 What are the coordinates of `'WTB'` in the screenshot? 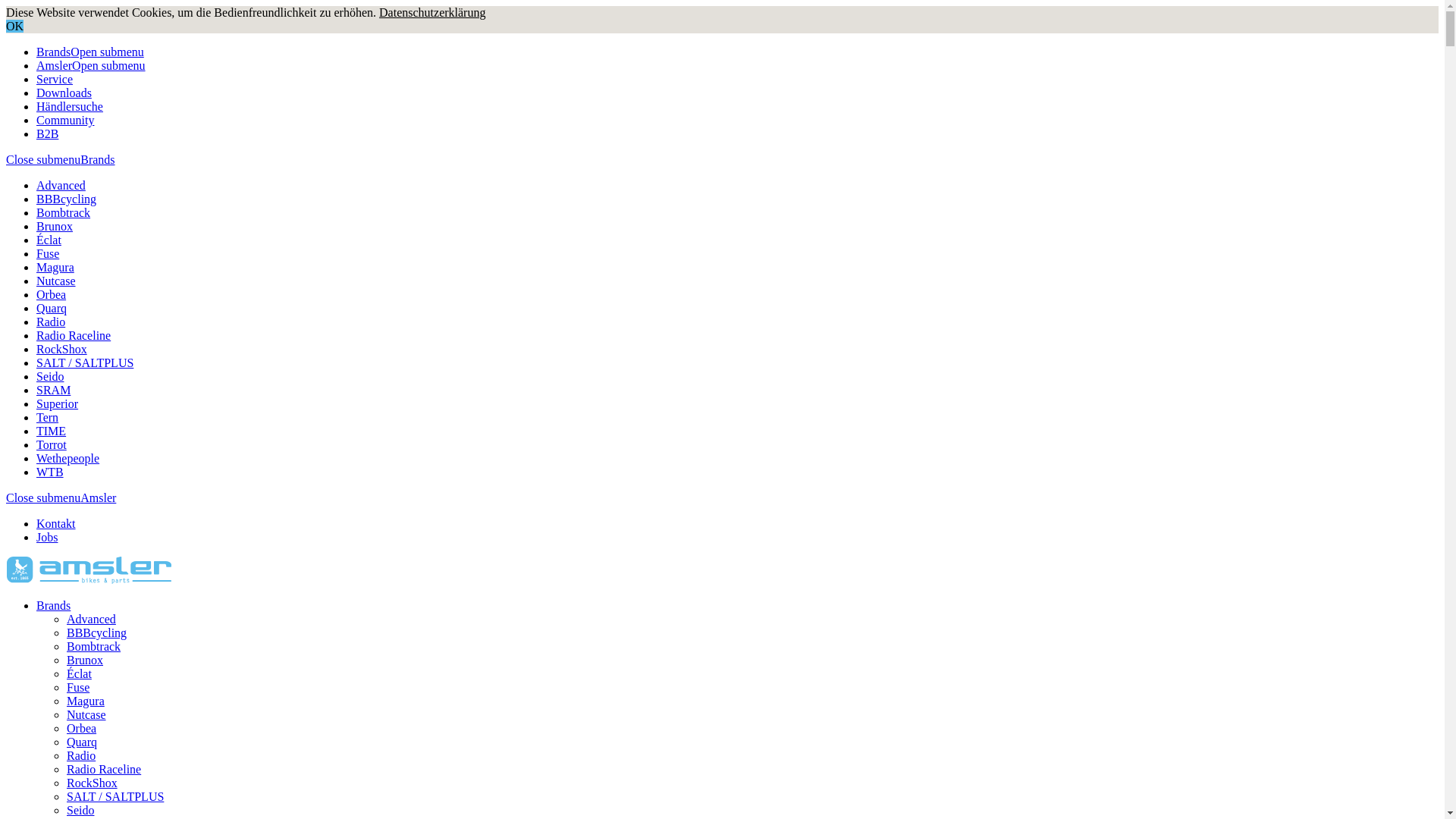 It's located at (50, 471).